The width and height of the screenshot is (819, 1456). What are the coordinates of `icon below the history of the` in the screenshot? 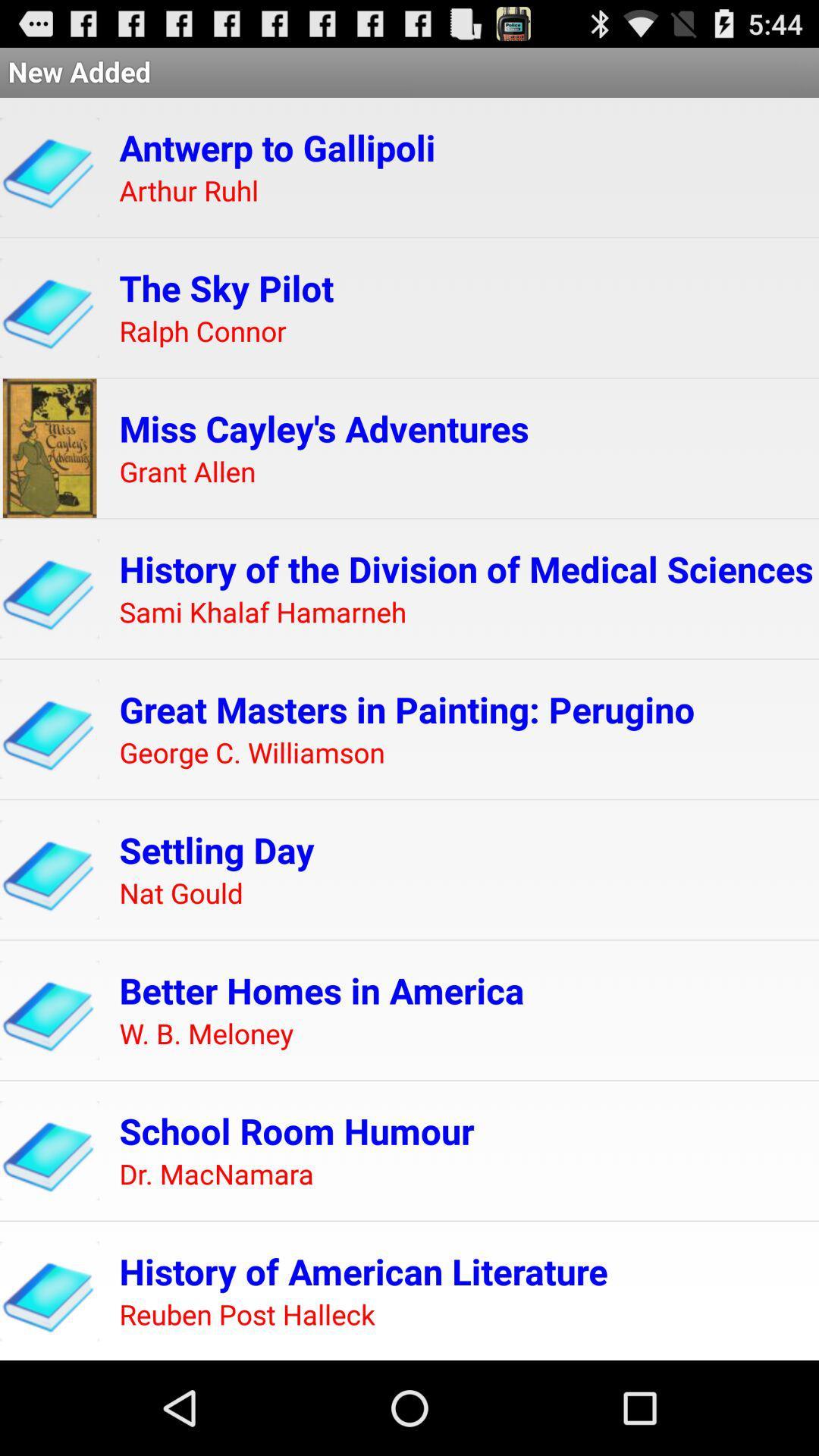 It's located at (262, 613).